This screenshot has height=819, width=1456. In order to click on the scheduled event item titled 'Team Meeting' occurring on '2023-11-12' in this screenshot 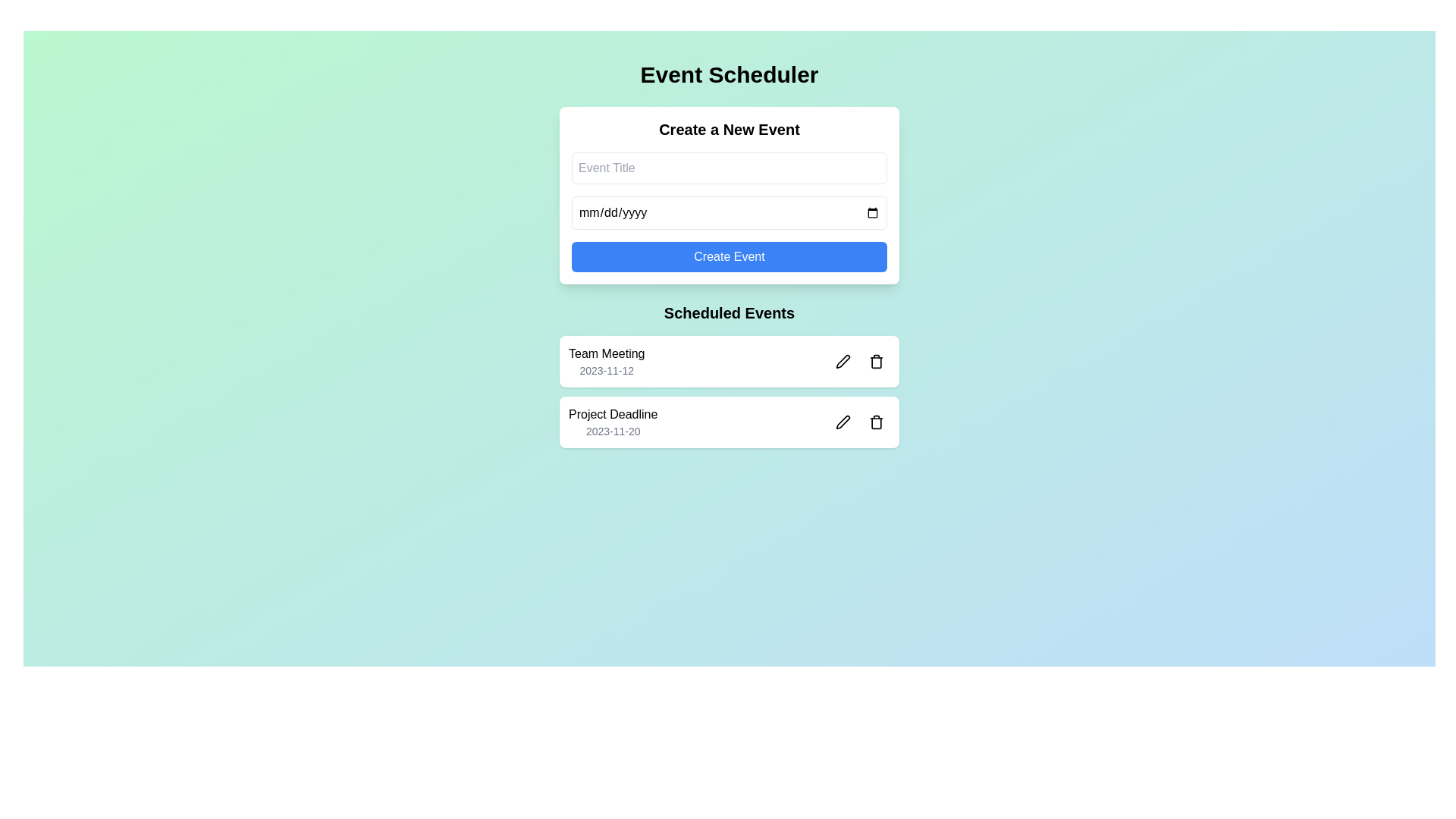, I will do `click(729, 362)`.